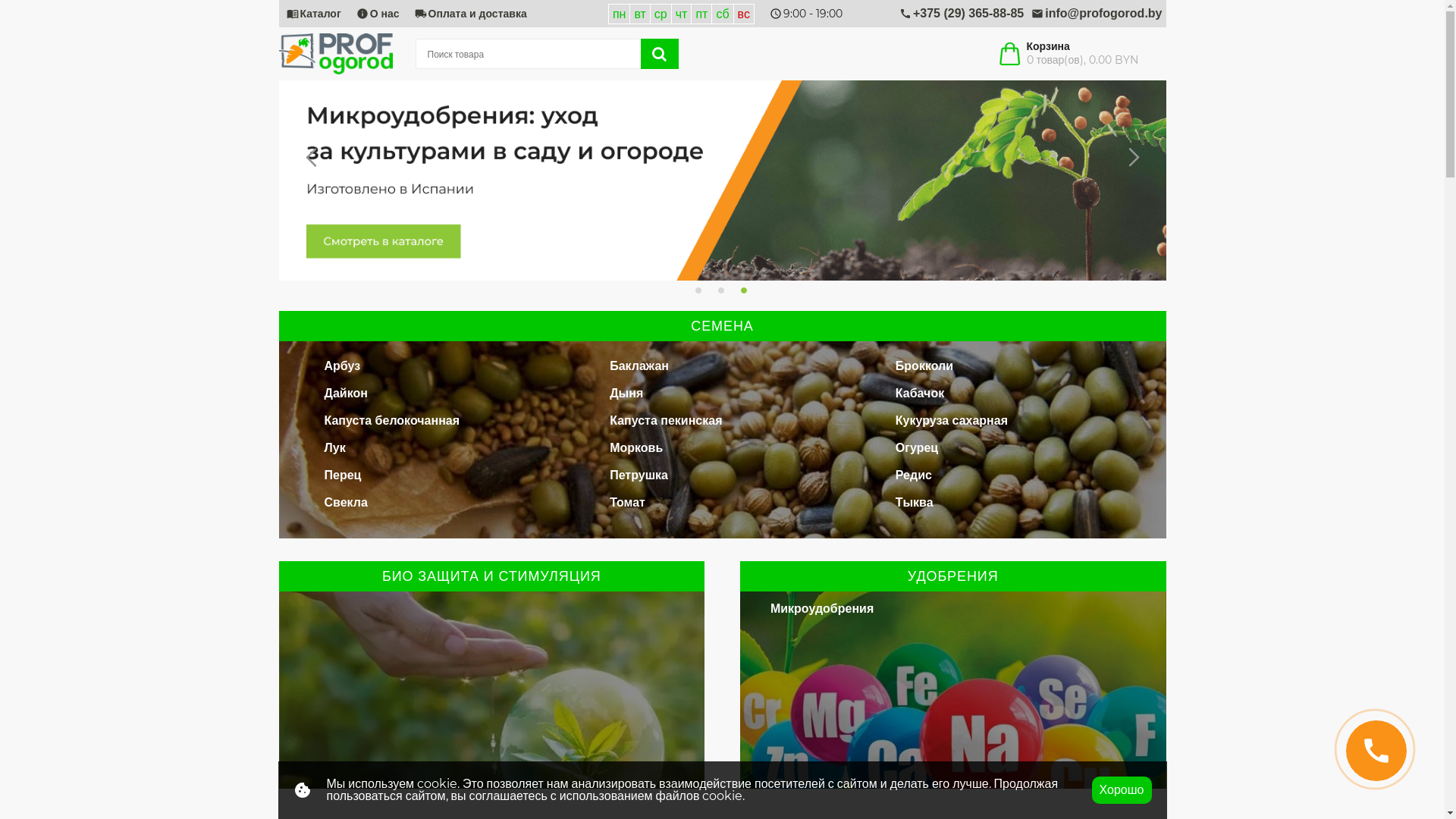 The width and height of the screenshot is (1456, 819). Describe the element at coordinates (279, 52) in the screenshot. I see `'Profogorod'` at that location.